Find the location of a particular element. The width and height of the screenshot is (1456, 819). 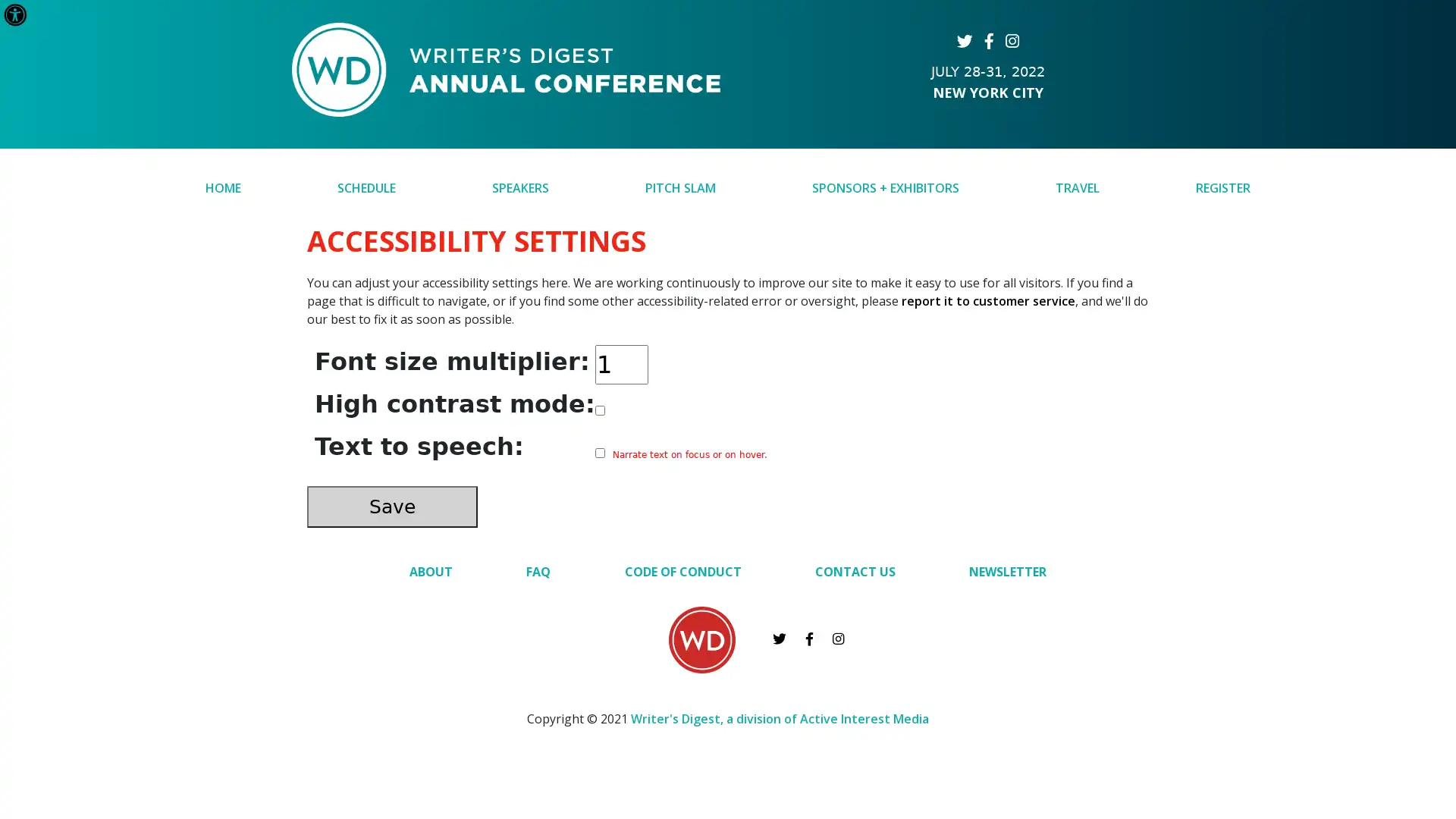

Save is located at coordinates (392, 506).